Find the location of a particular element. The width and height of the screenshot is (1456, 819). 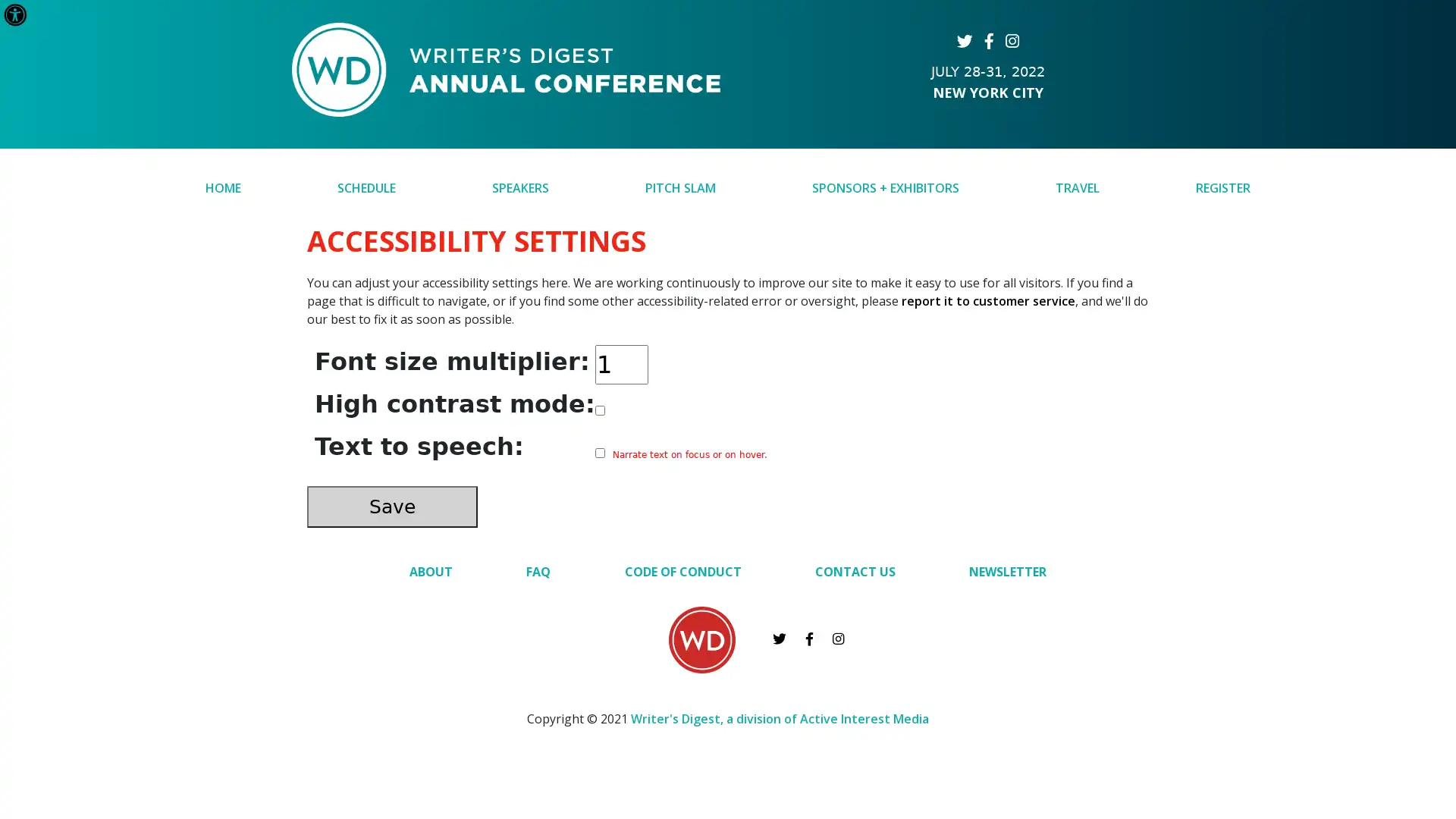

Save is located at coordinates (392, 506).